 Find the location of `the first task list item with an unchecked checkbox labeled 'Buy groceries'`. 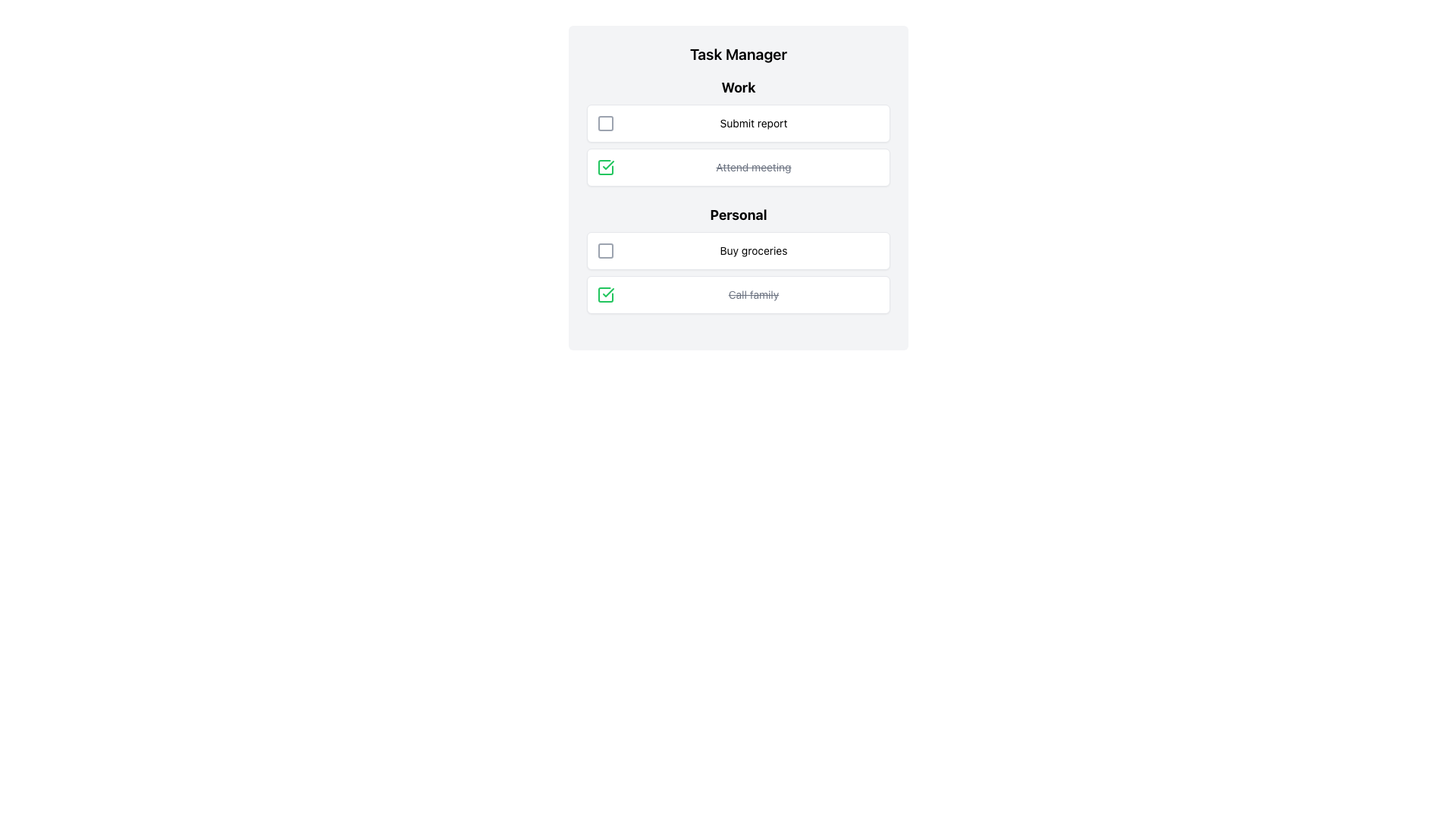

the first task list item with an unchecked checkbox labeled 'Buy groceries' is located at coordinates (739, 250).